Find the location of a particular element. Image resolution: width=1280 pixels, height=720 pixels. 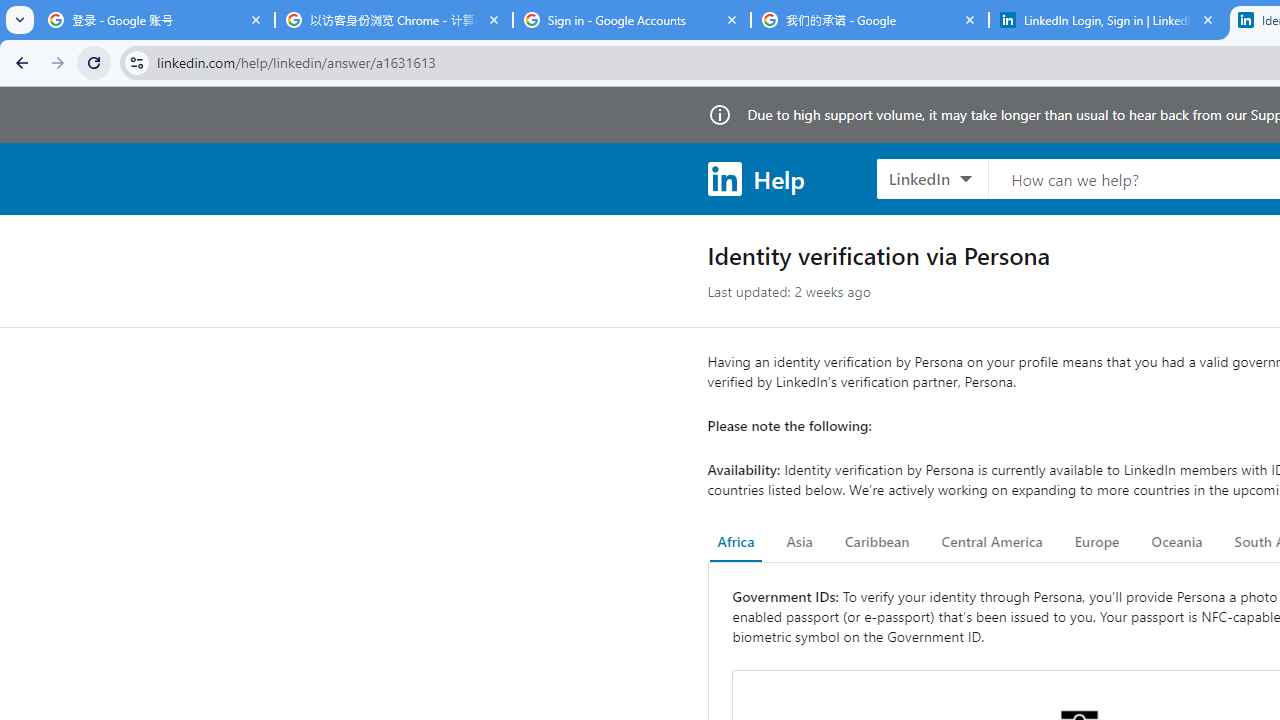

'Sign in - Google Accounts' is located at coordinates (631, 20).